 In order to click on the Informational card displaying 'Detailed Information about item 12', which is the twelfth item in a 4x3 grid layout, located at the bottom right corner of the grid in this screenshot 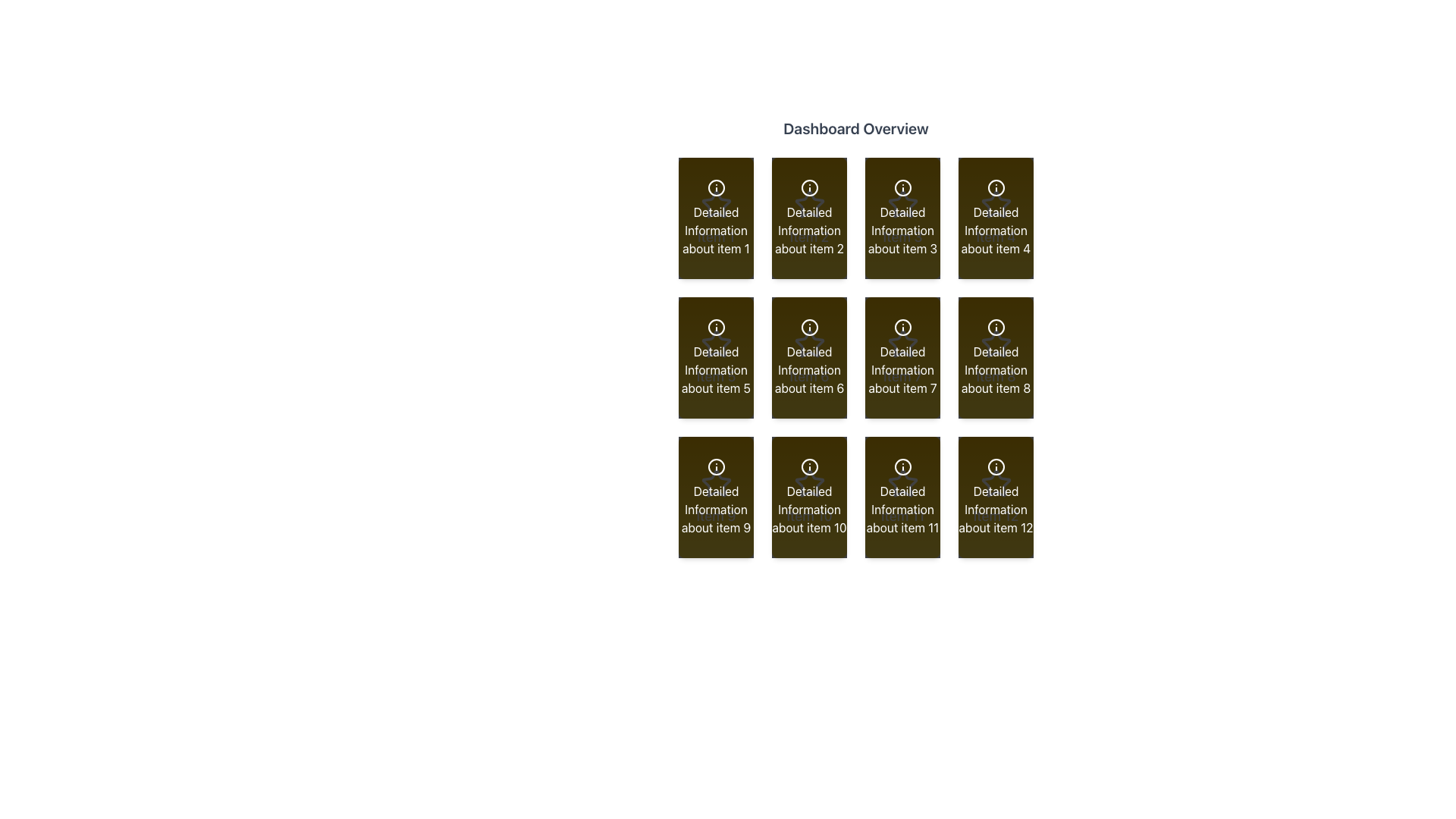, I will do `click(996, 497)`.